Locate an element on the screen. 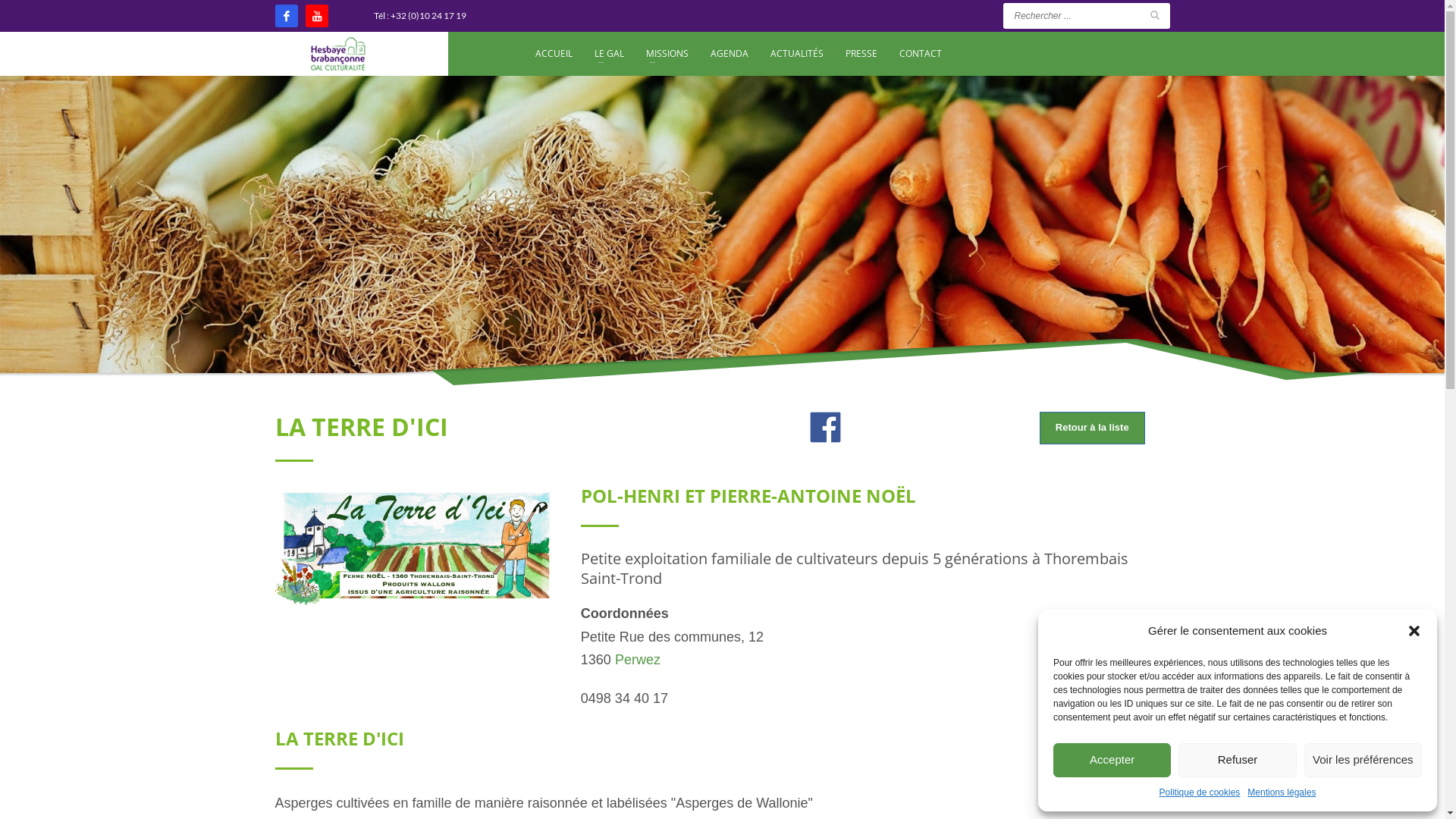  'AGENDA' is located at coordinates (700, 52).